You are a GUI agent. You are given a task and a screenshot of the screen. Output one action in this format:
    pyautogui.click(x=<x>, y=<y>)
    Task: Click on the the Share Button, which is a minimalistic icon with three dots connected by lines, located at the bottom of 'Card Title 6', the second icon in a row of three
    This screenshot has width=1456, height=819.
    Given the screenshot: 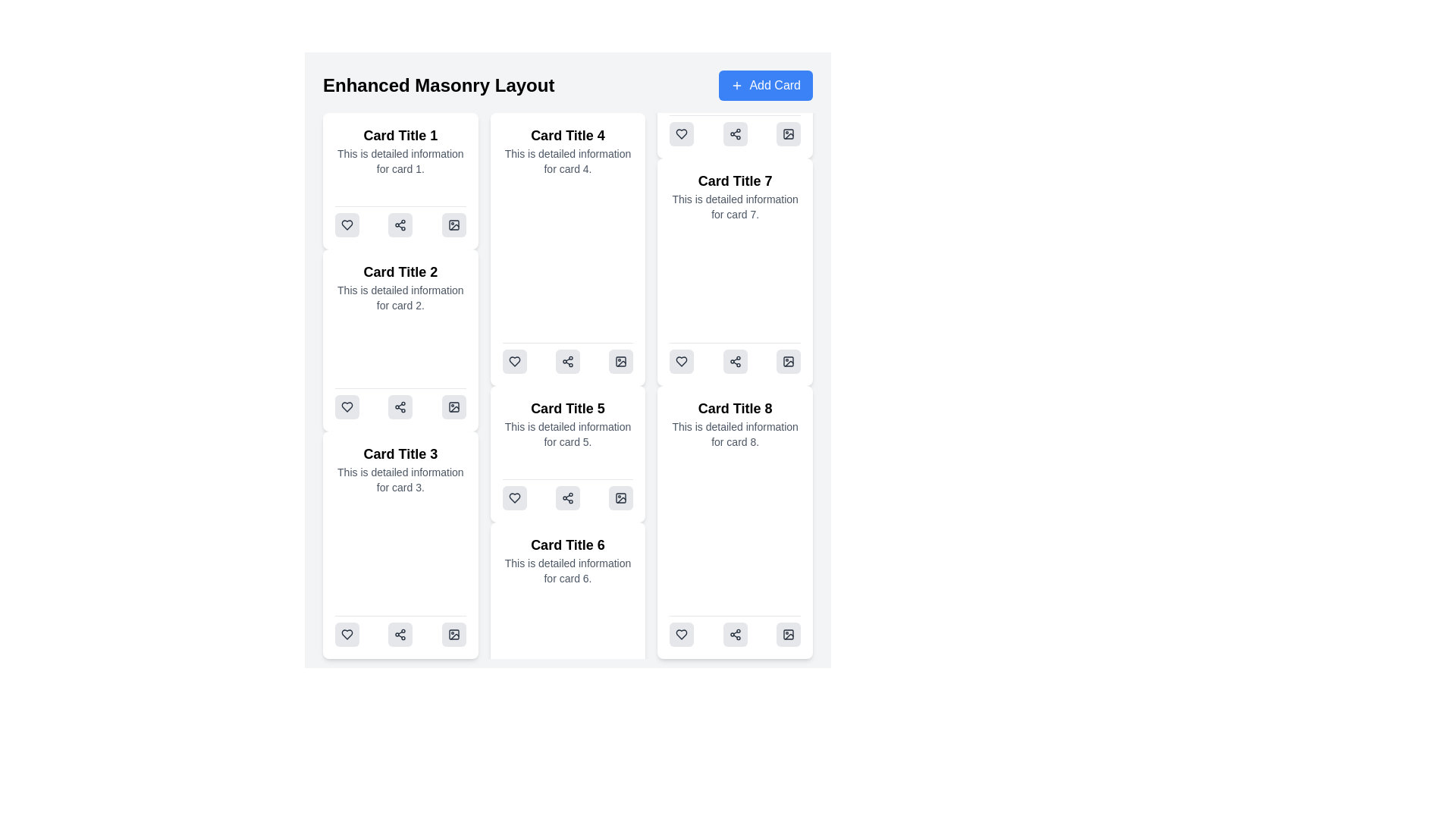 What is the action you would take?
    pyautogui.click(x=566, y=497)
    